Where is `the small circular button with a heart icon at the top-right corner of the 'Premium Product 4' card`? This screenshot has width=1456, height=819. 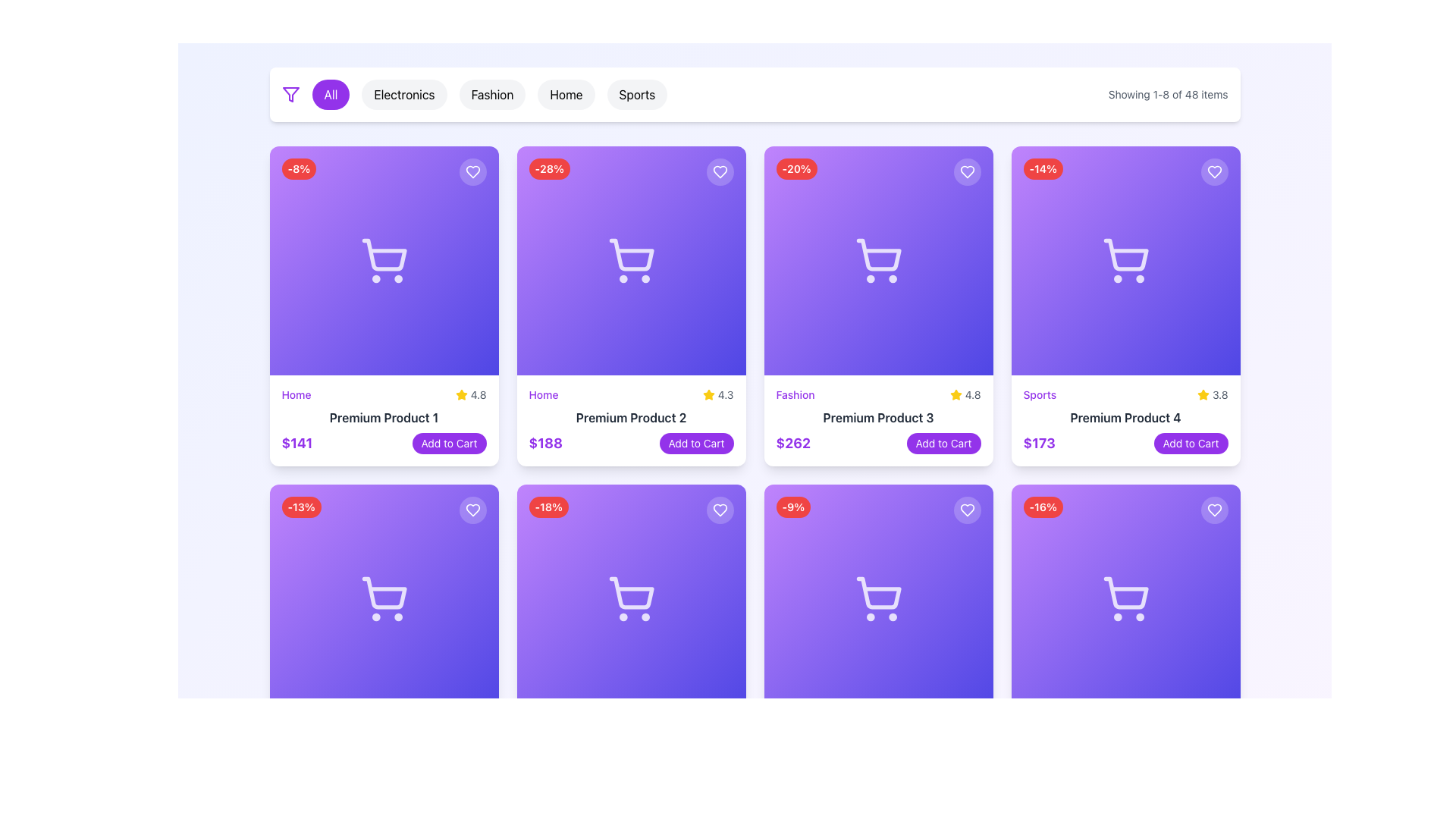
the small circular button with a heart icon at the top-right corner of the 'Premium Product 4' card is located at coordinates (1214, 171).